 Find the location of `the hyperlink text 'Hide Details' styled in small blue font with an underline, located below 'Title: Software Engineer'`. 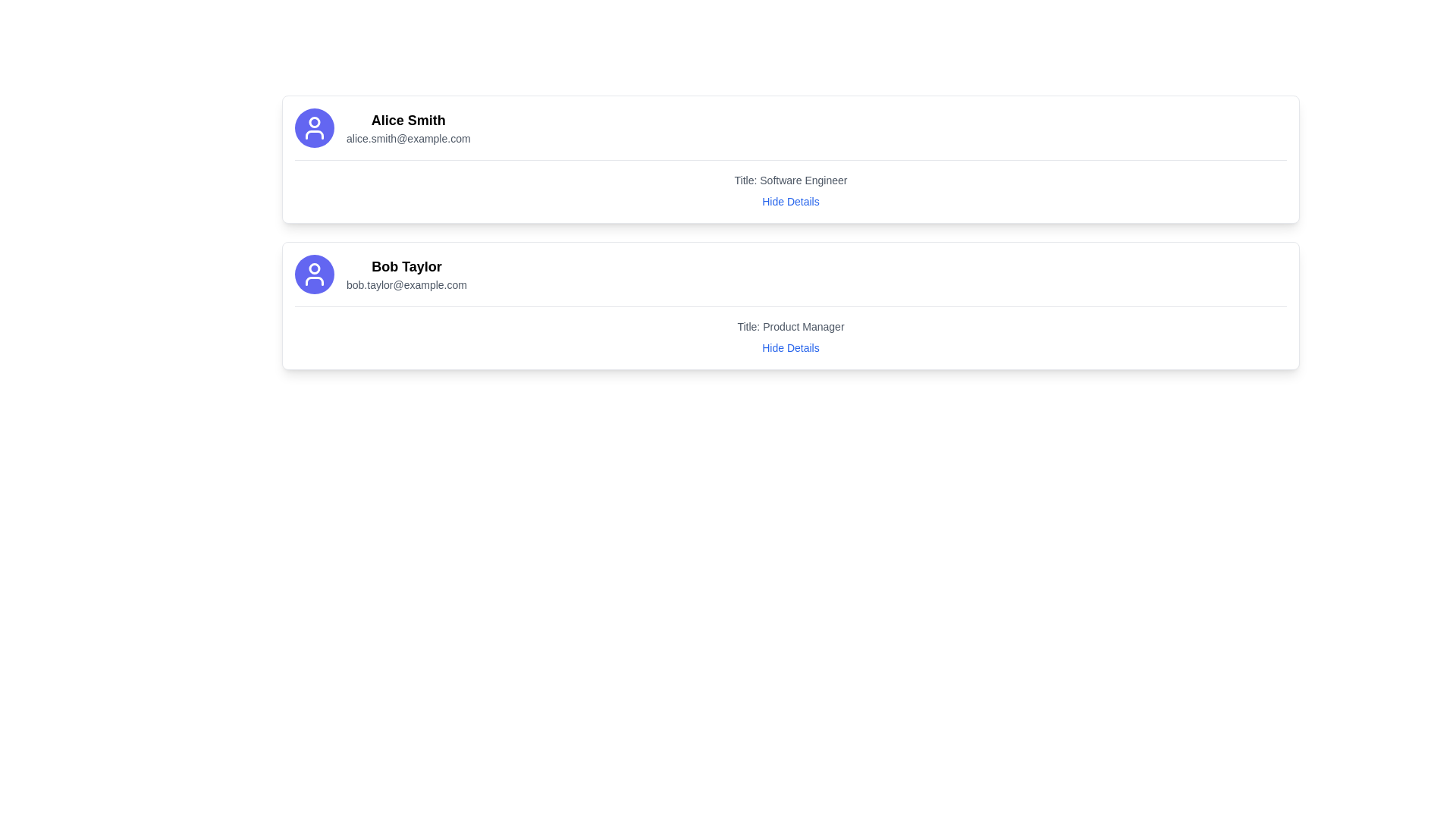

the hyperlink text 'Hide Details' styled in small blue font with an underline, located below 'Title: Software Engineer' is located at coordinates (789, 201).